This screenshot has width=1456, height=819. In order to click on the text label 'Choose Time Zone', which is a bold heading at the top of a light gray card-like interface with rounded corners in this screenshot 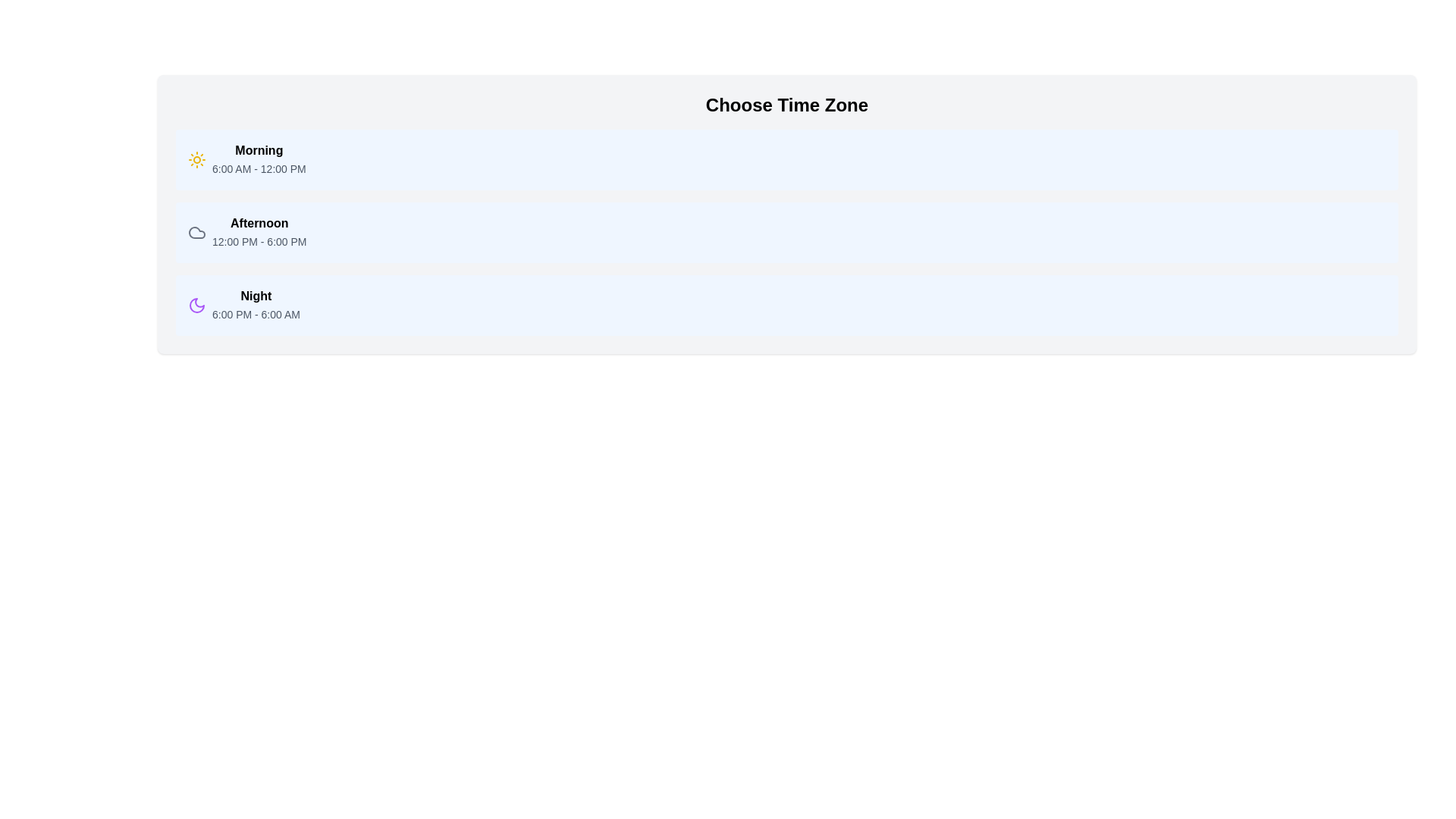, I will do `click(786, 104)`.